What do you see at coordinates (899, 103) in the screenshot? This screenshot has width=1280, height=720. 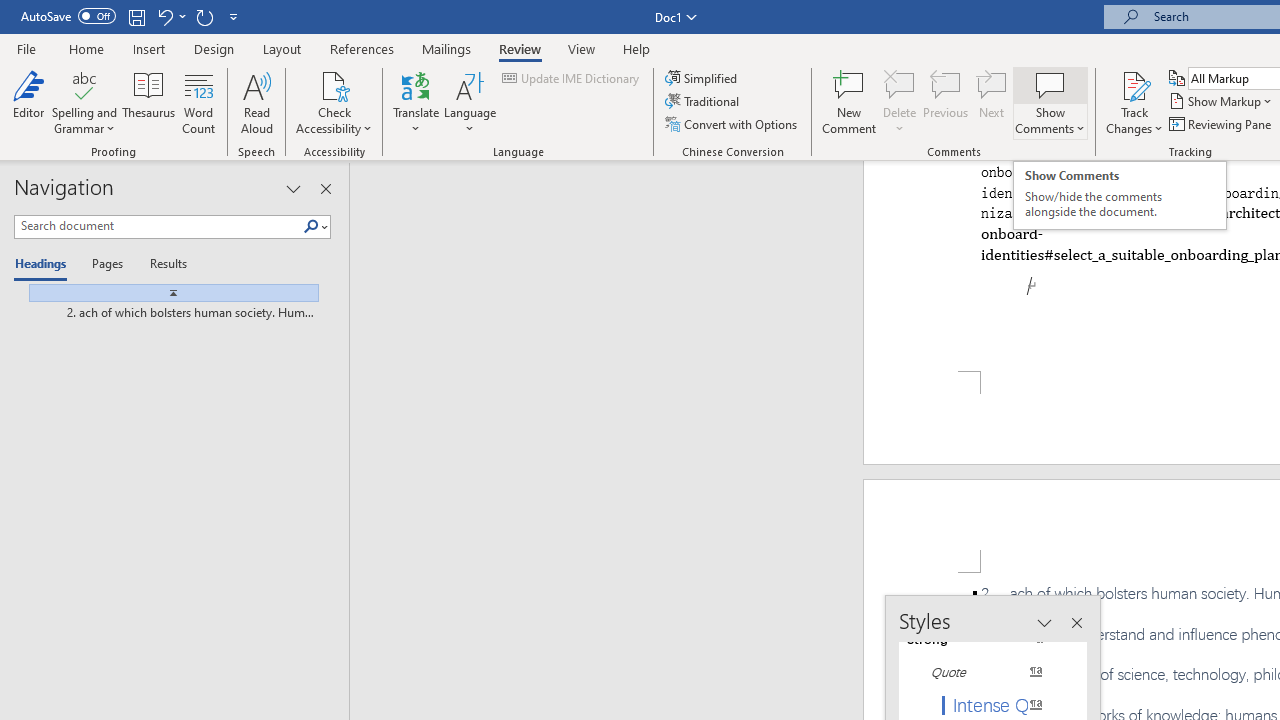 I see `'Delete'` at bounding box center [899, 103].